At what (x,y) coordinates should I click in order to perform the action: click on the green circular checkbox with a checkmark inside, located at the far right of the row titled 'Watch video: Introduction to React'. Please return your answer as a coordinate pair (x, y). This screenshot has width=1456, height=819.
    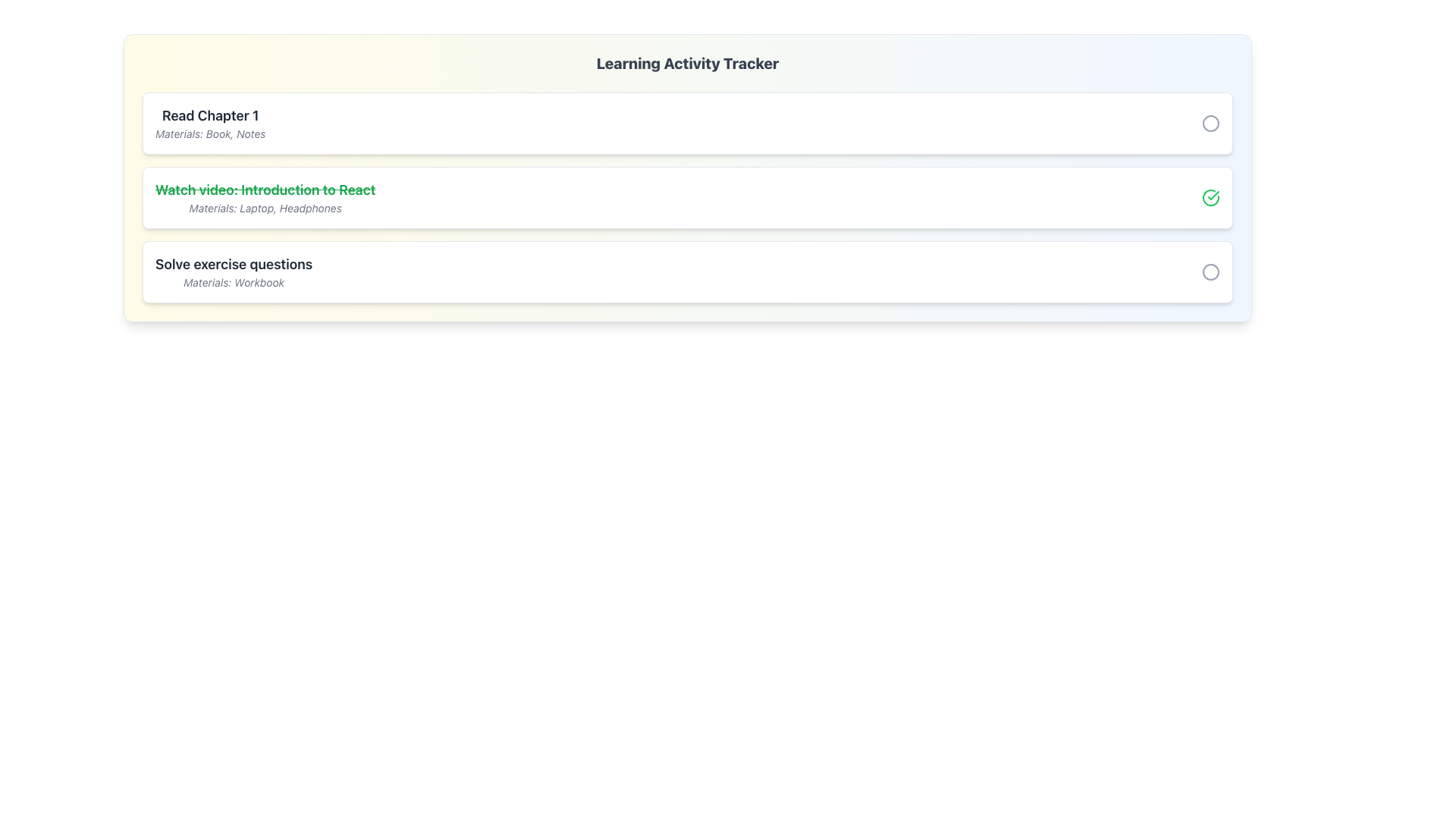
    Looking at the image, I should click on (1210, 197).